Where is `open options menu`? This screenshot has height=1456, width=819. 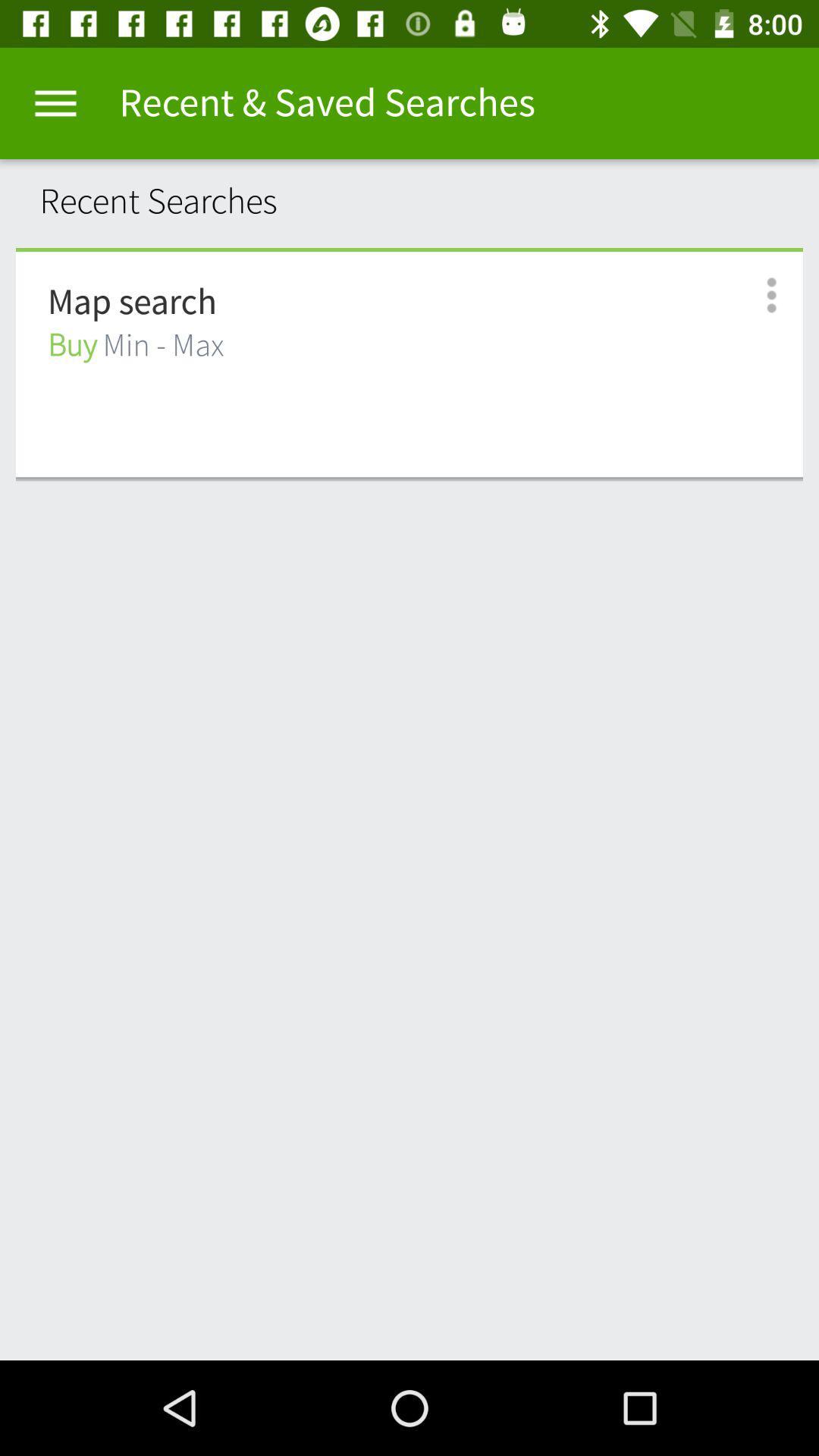
open options menu is located at coordinates (755, 295).